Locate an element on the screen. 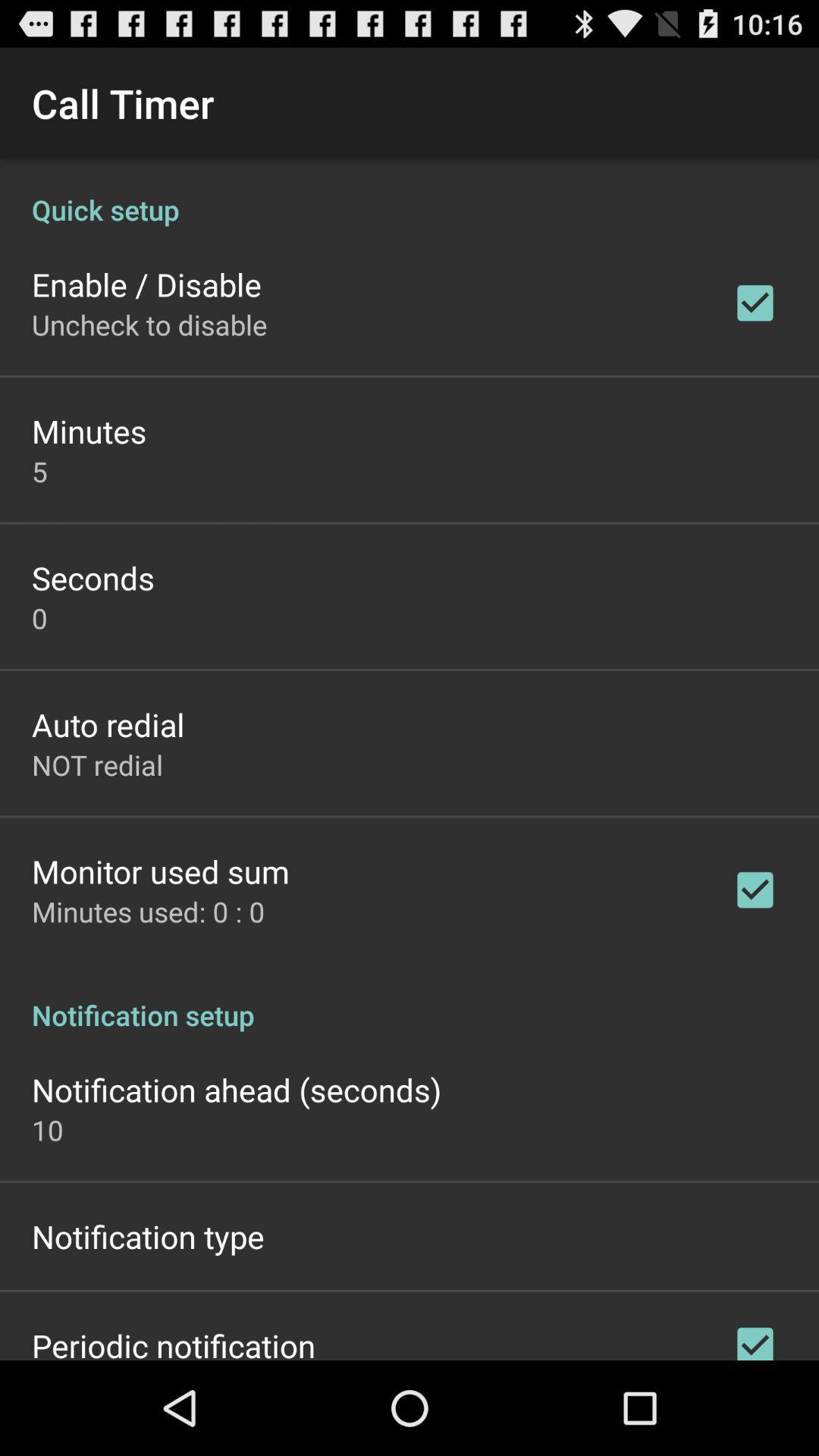 The image size is (819, 1456). the icon below notification type is located at coordinates (173, 1342).